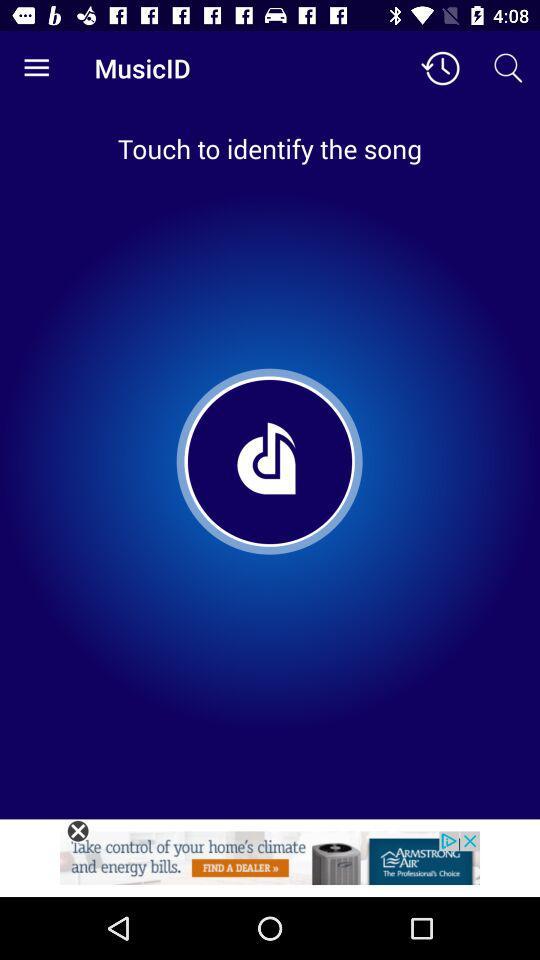 Image resolution: width=540 pixels, height=960 pixels. What do you see at coordinates (270, 863) in the screenshot?
I see `web add` at bounding box center [270, 863].